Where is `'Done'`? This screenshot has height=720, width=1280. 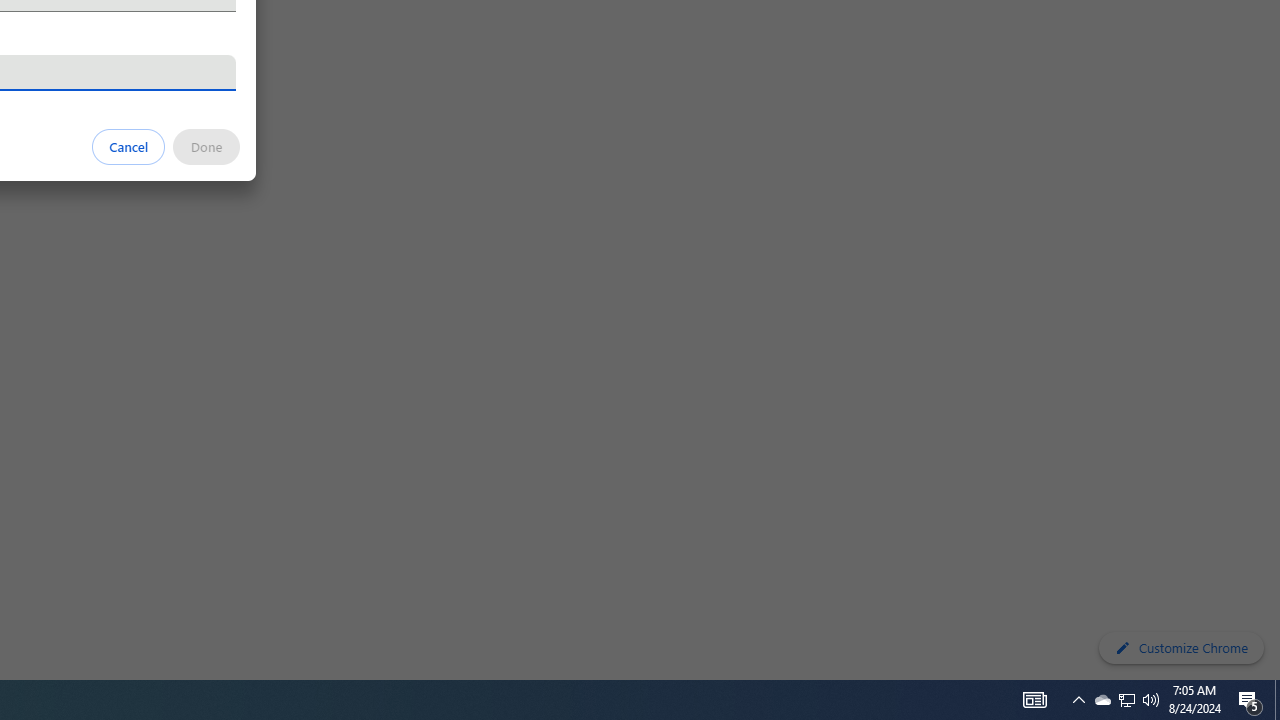 'Done' is located at coordinates (206, 145).